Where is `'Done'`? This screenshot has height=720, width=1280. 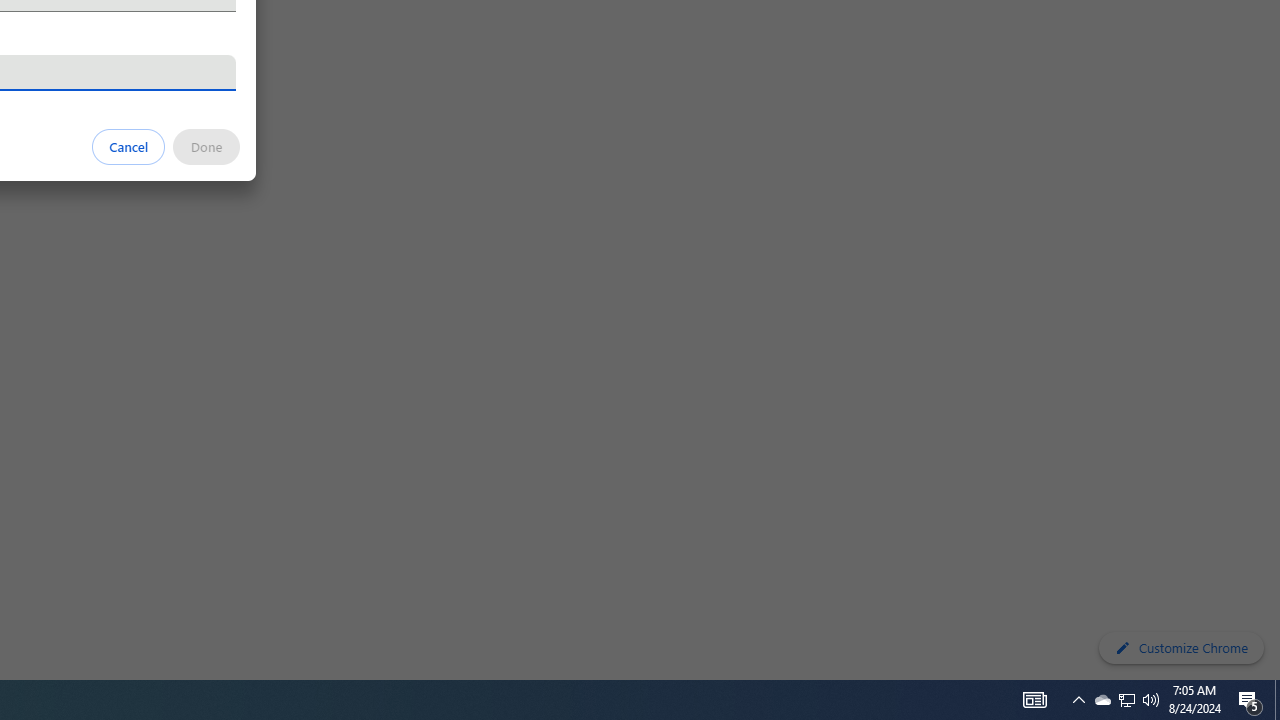 'Done' is located at coordinates (206, 145).